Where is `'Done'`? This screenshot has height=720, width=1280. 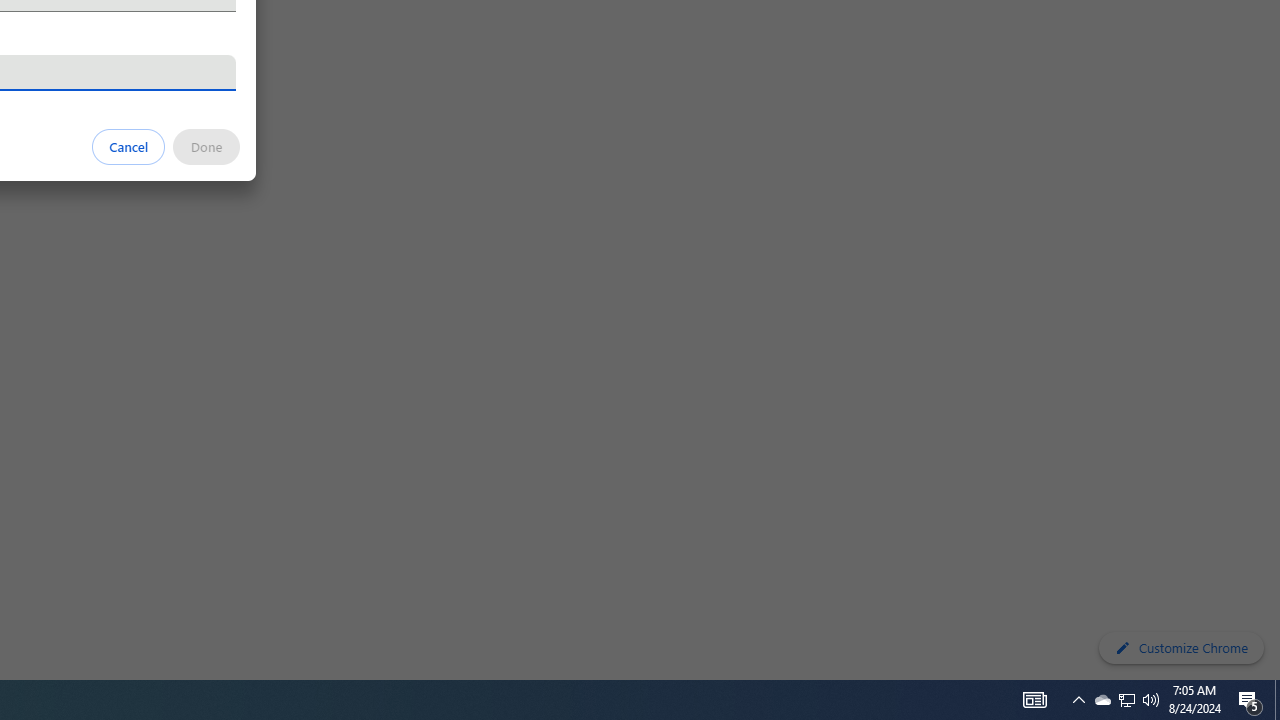 'Done' is located at coordinates (206, 145).